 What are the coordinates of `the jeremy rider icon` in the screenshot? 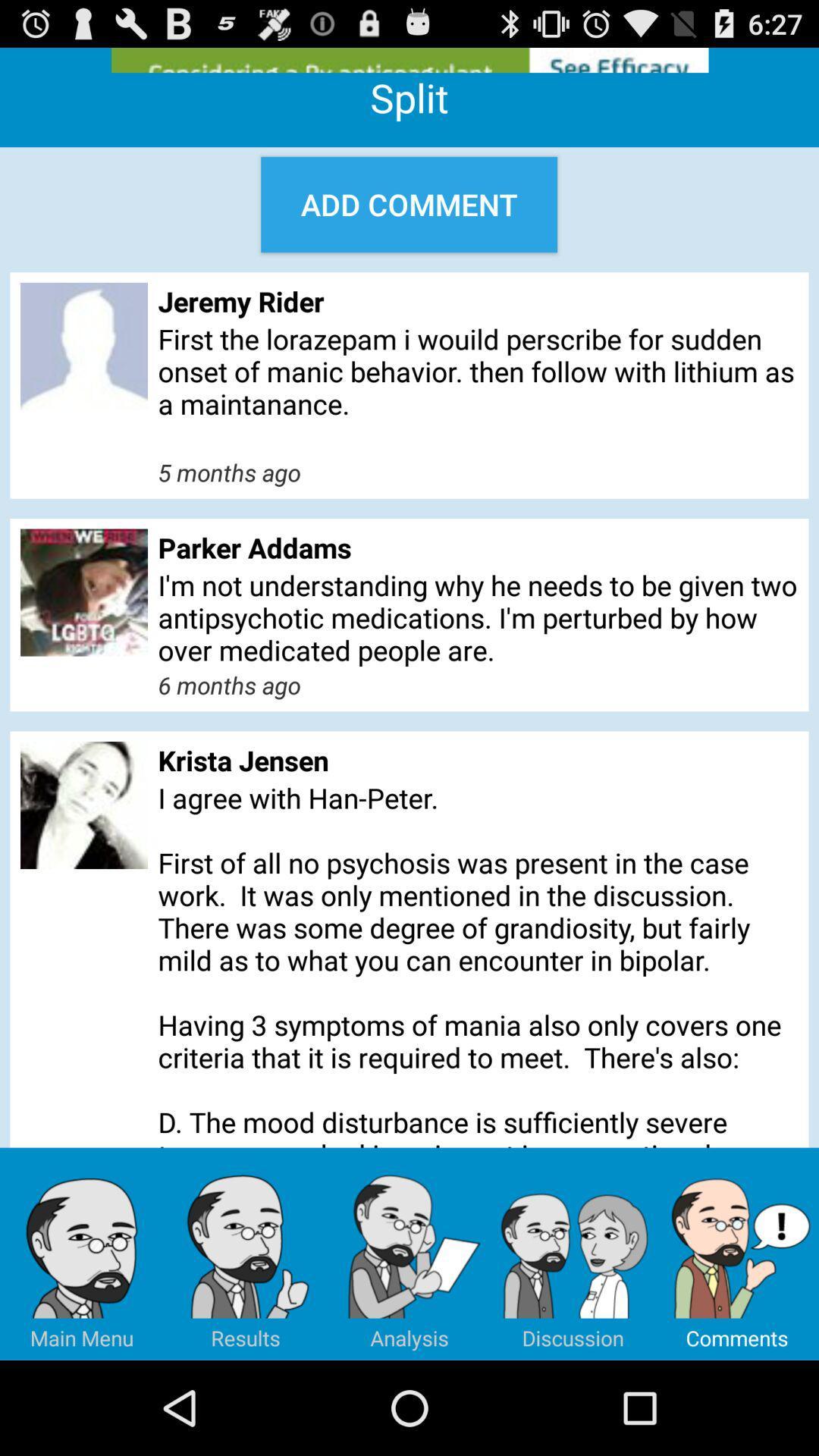 It's located at (478, 301).